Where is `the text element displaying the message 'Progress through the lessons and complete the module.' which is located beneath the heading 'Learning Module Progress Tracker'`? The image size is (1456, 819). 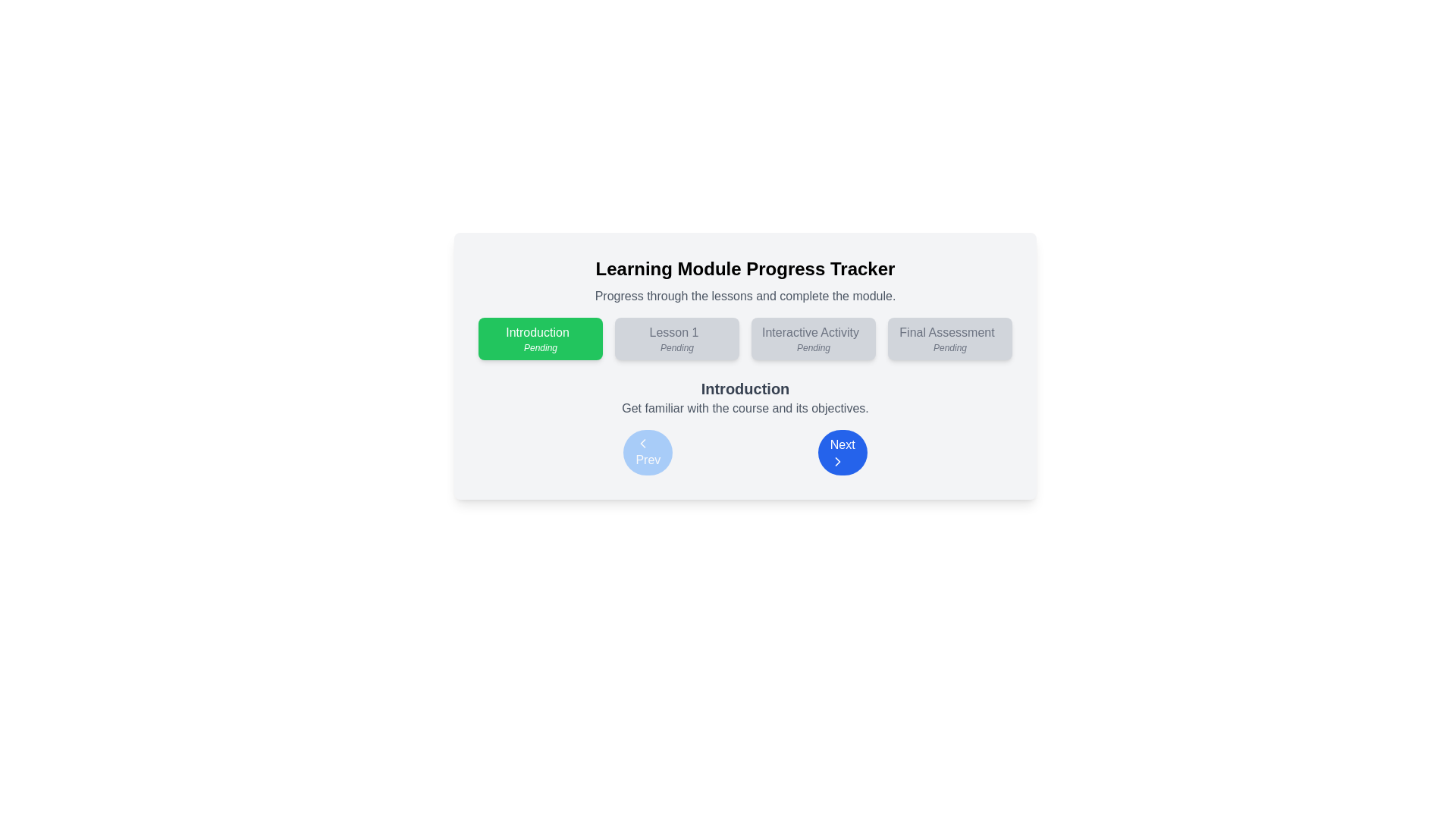
the text element displaying the message 'Progress through the lessons and complete the module.' which is located beneath the heading 'Learning Module Progress Tracker' is located at coordinates (745, 296).